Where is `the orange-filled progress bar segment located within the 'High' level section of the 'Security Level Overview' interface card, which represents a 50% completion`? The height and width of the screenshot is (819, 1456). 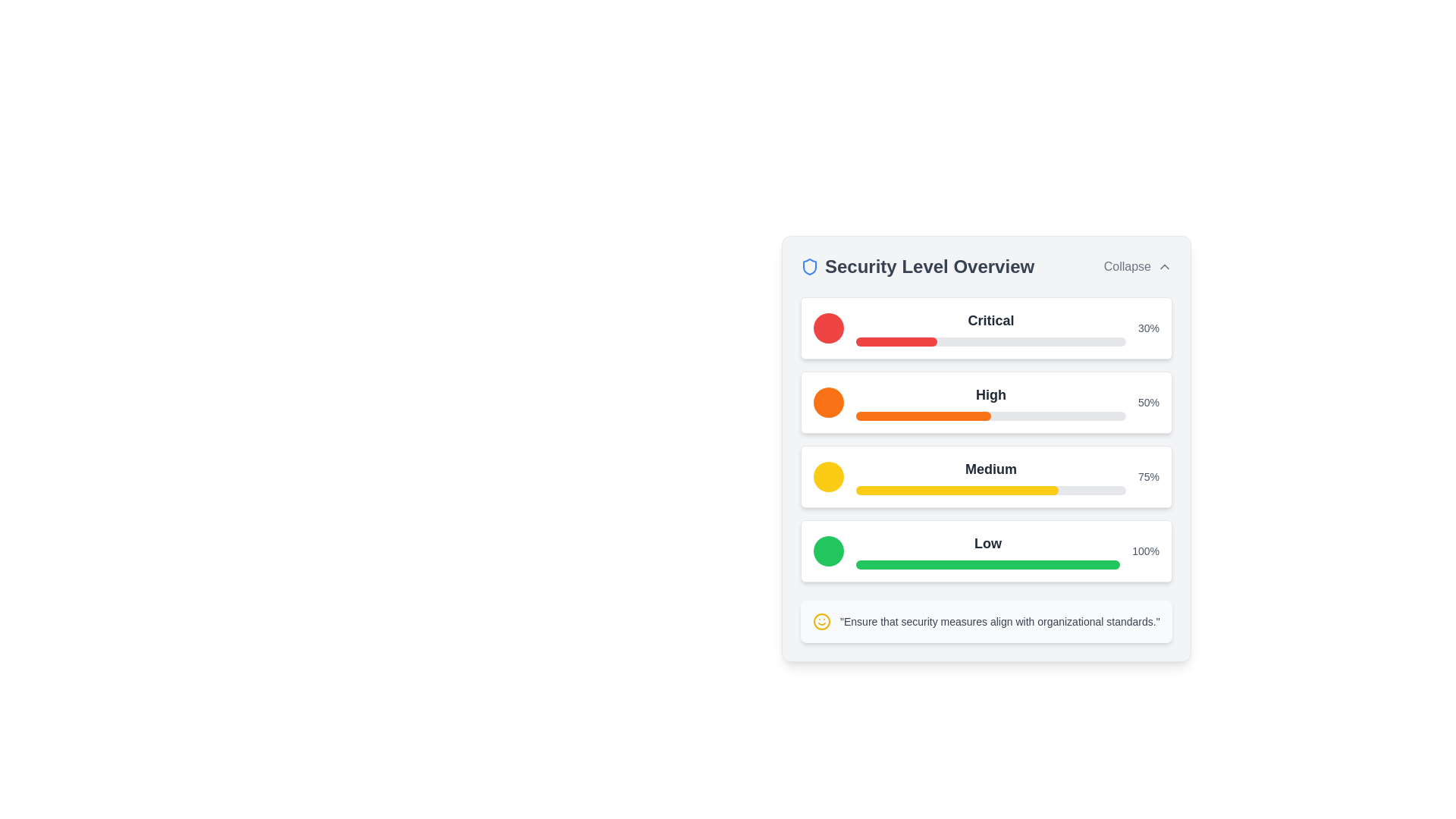
the orange-filled progress bar segment located within the 'High' level section of the 'Security Level Overview' interface card, which represents a 50% completion is located at coordinates (923, 416).